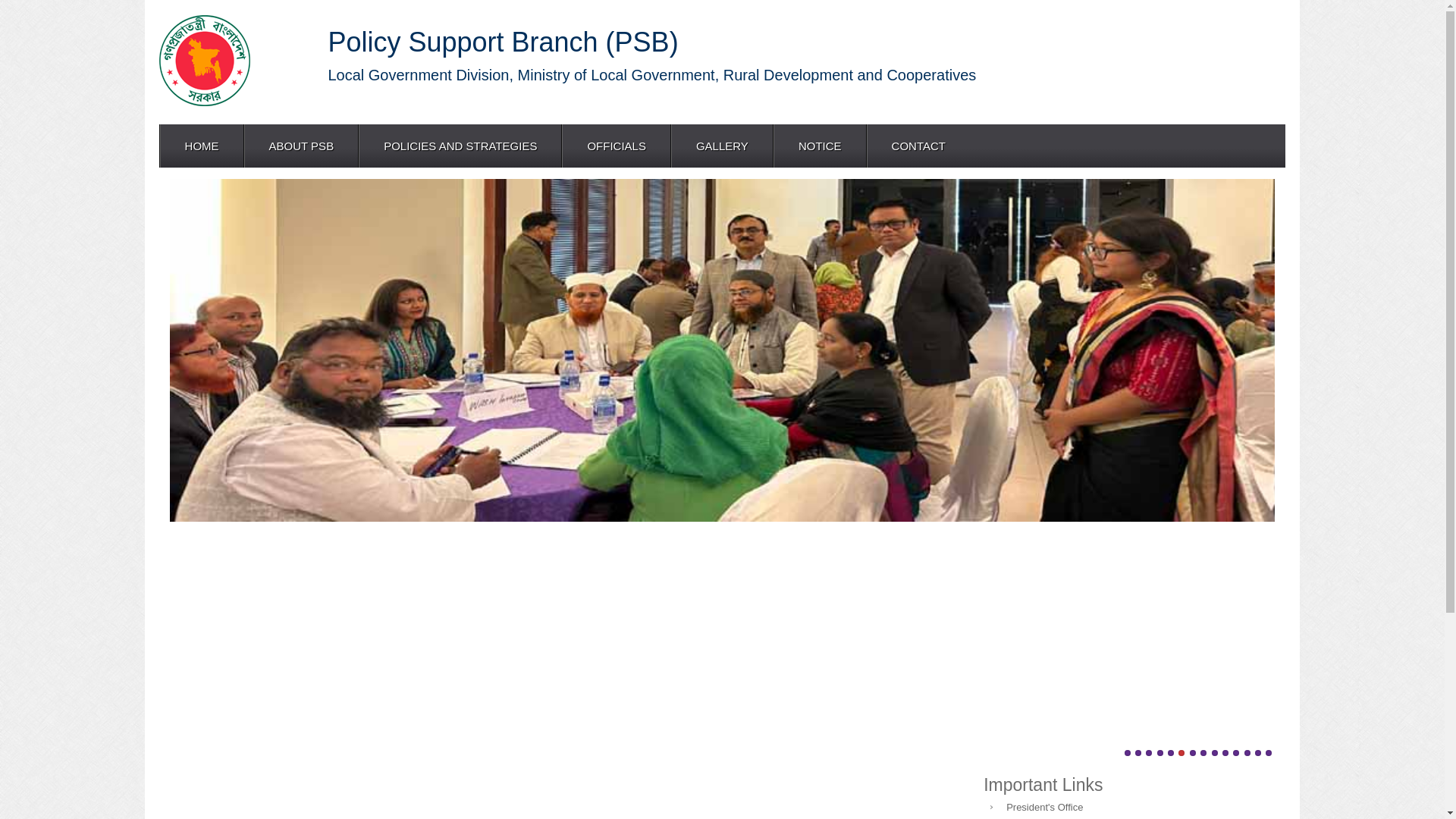 This screenshot has height=819, width=1456. I want to click on '9', so click(1211, 752).